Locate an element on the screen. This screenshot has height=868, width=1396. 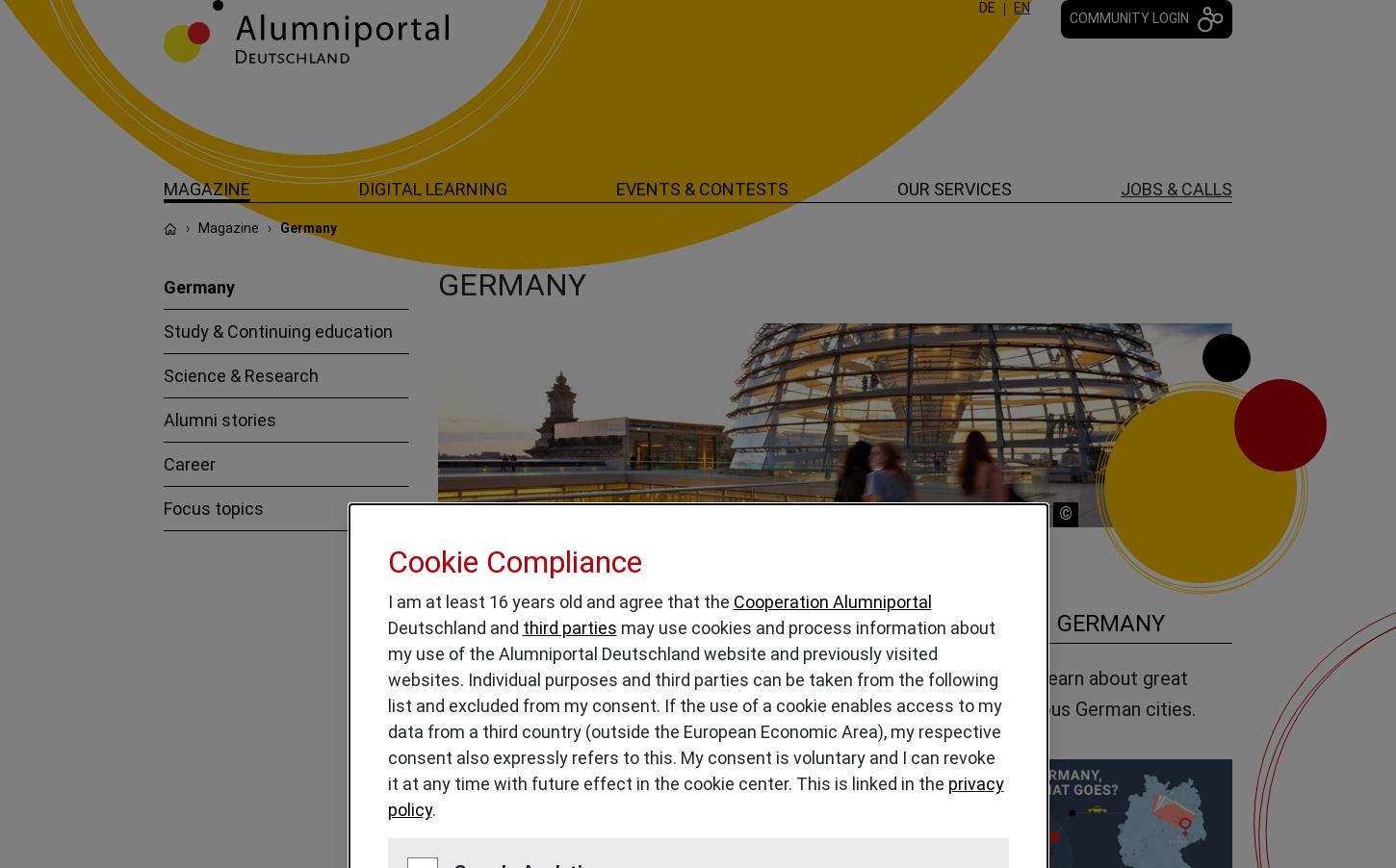
'Digital Learning' is located at coordinates (357, 188).